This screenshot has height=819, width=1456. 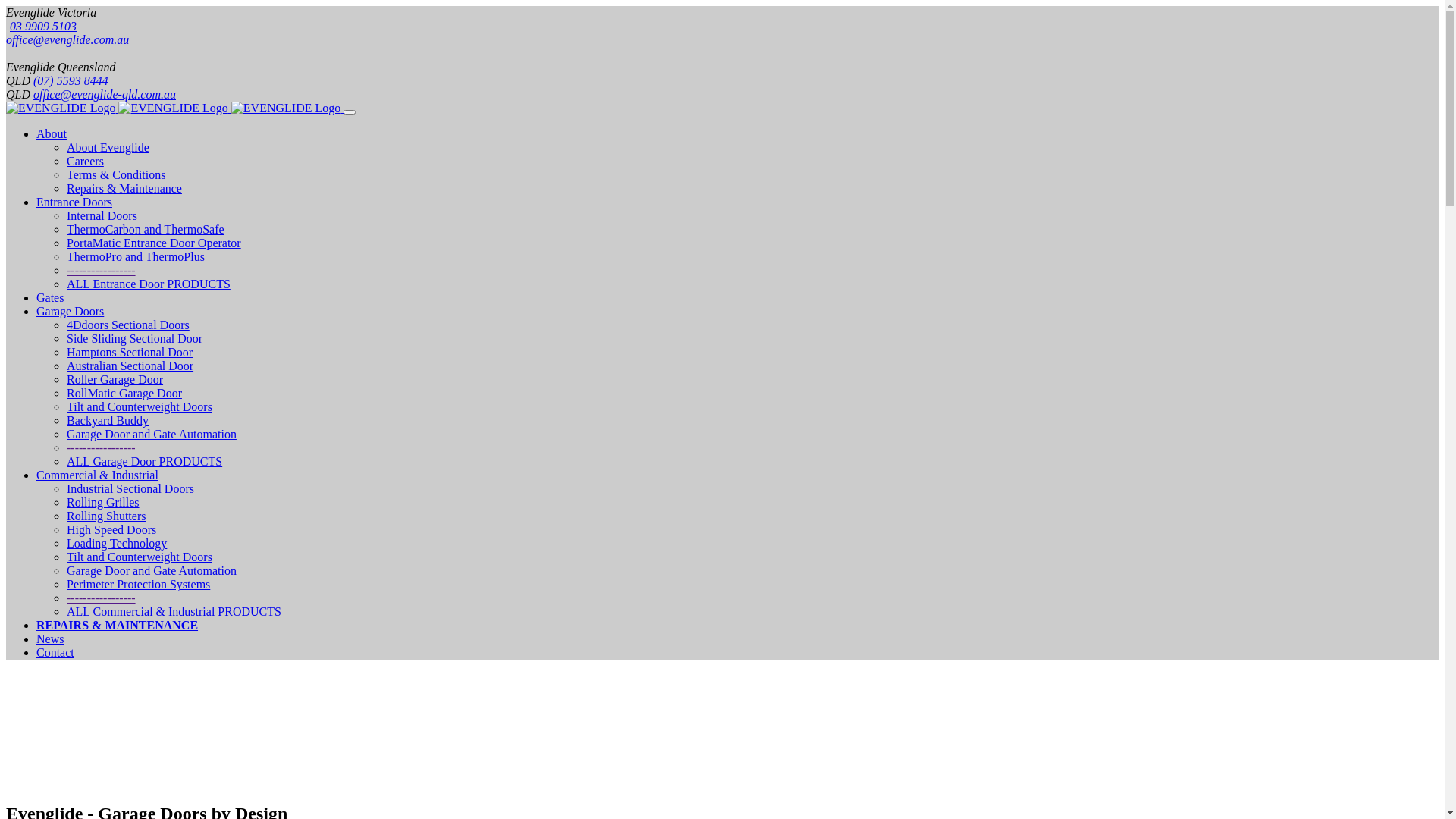 I want to click on '4Ddoors Sectional Doors', so click(x=127, y=324).